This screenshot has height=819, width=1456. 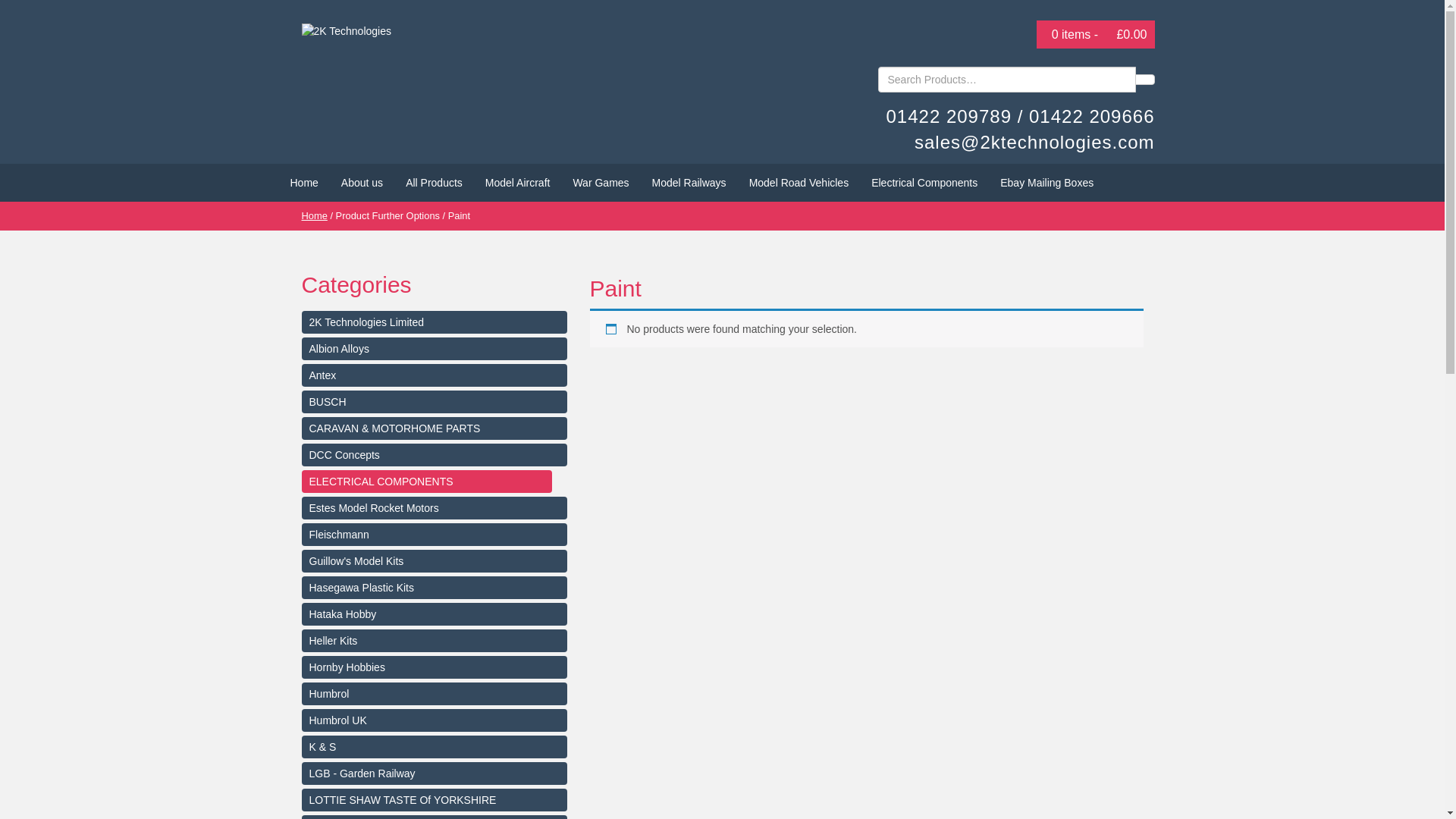 What do you see at coordinates (640, 181) in the screenshot?
I see `'Model Railways'` at bounding box center [640, 181].